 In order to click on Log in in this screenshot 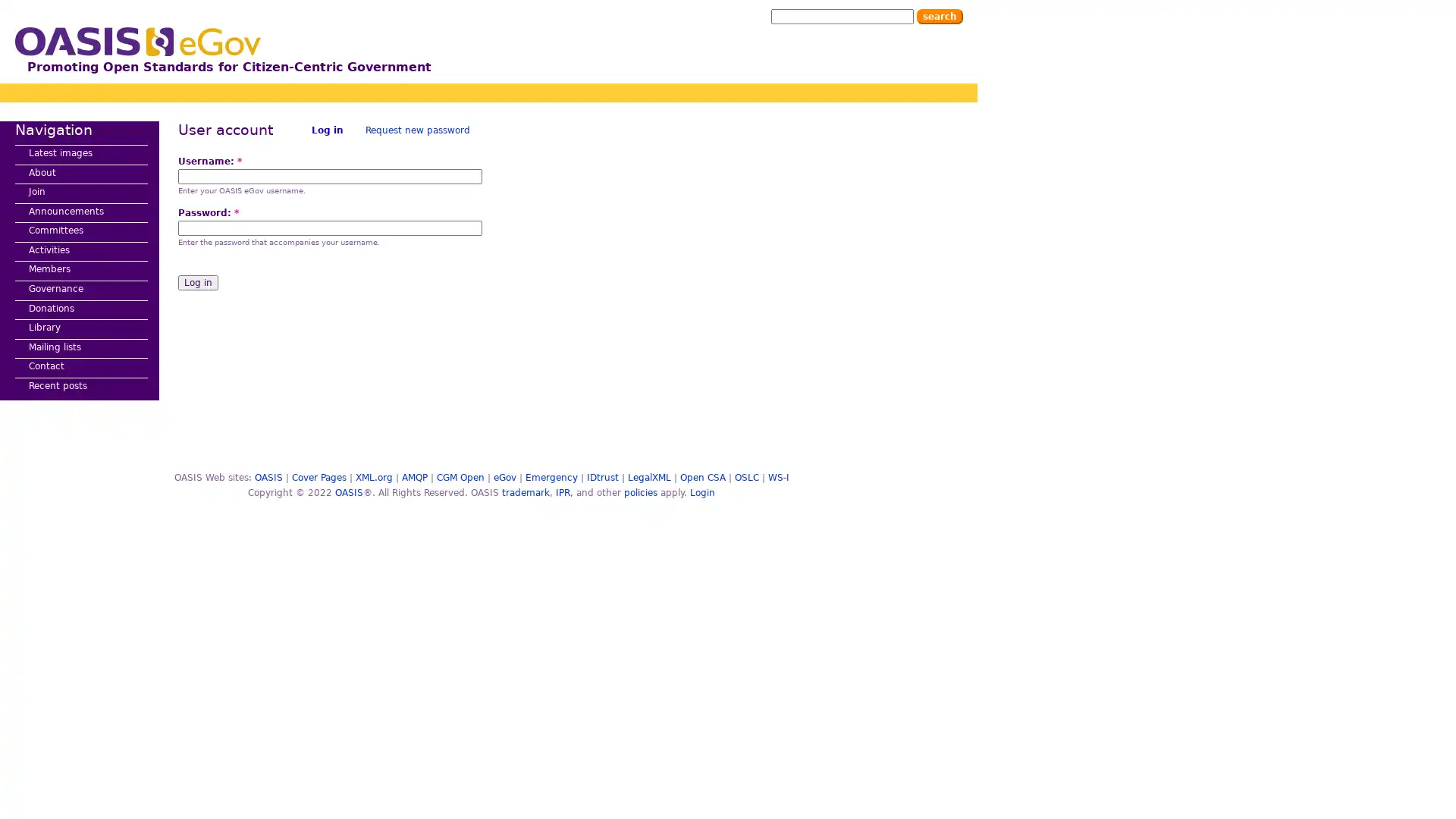, I will do `click(197, 283)`.